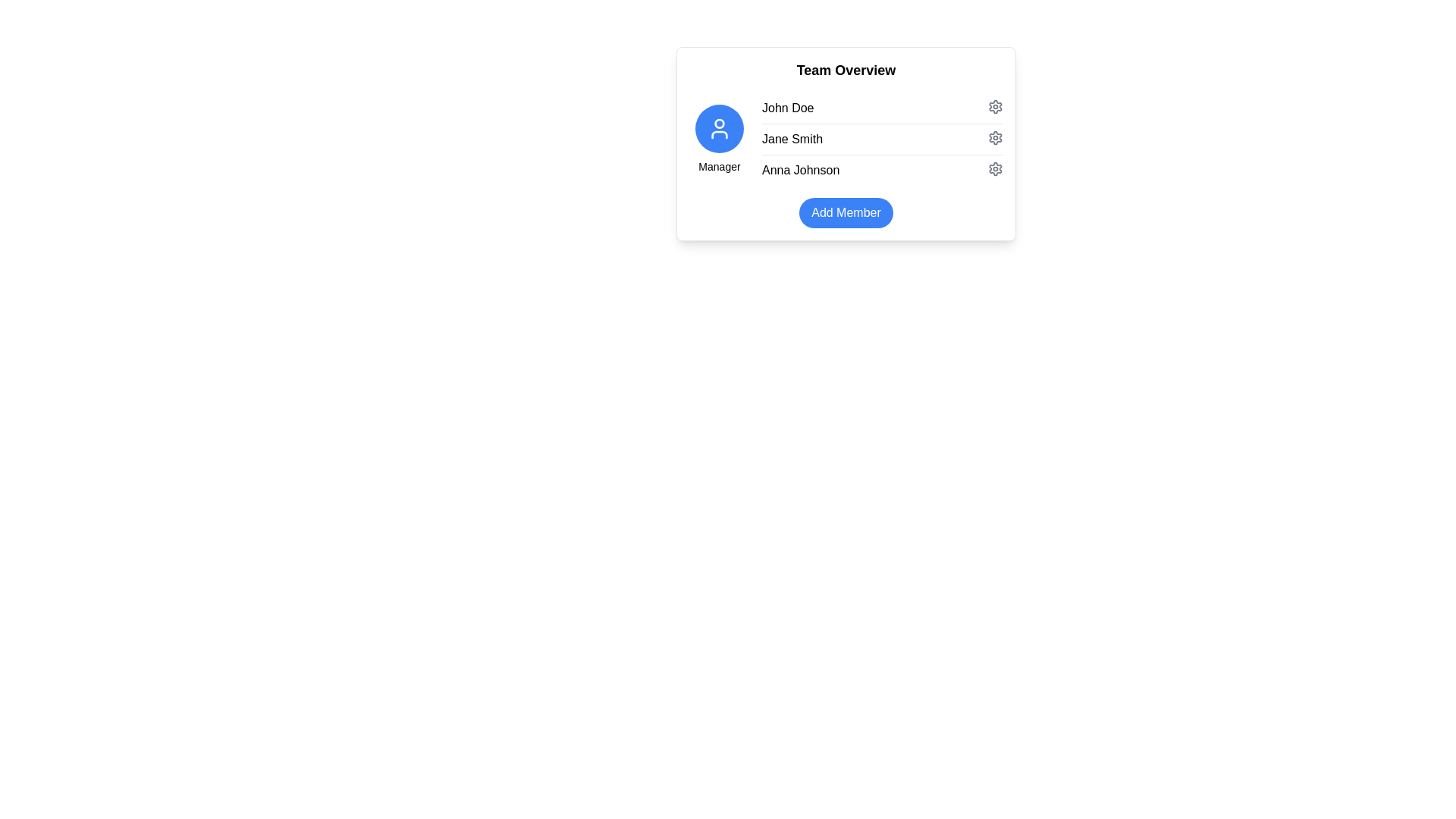  Describe the element at coordinates (996, 137) in the screenshot. I see `the settings icon located on the right side of the 'Jane Smith' entry` at that location.